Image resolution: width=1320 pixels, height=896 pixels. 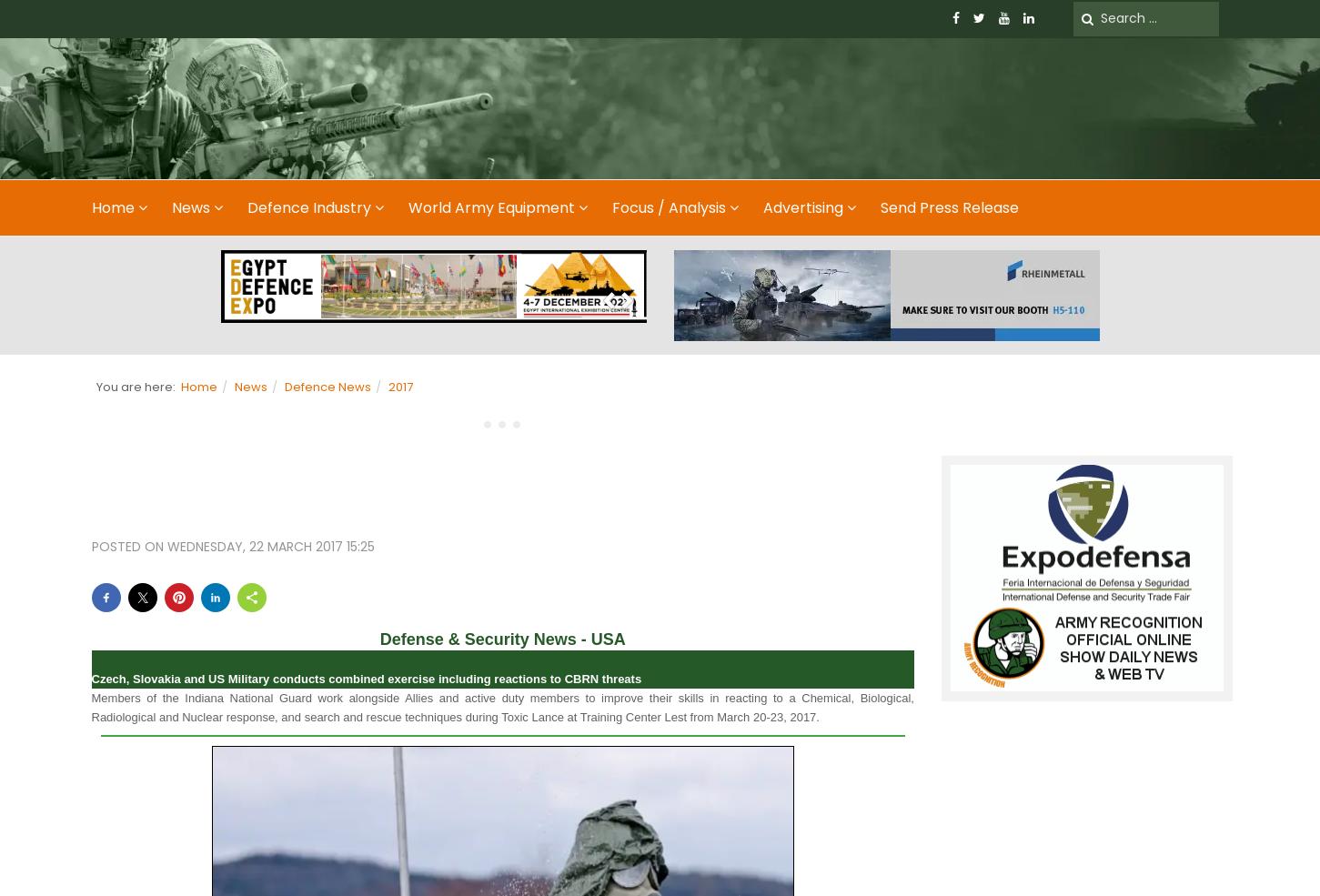 What do you see at coordinates (398, 385) in the screenshot?
I see `'2017'` at bounding box center [398, 385].